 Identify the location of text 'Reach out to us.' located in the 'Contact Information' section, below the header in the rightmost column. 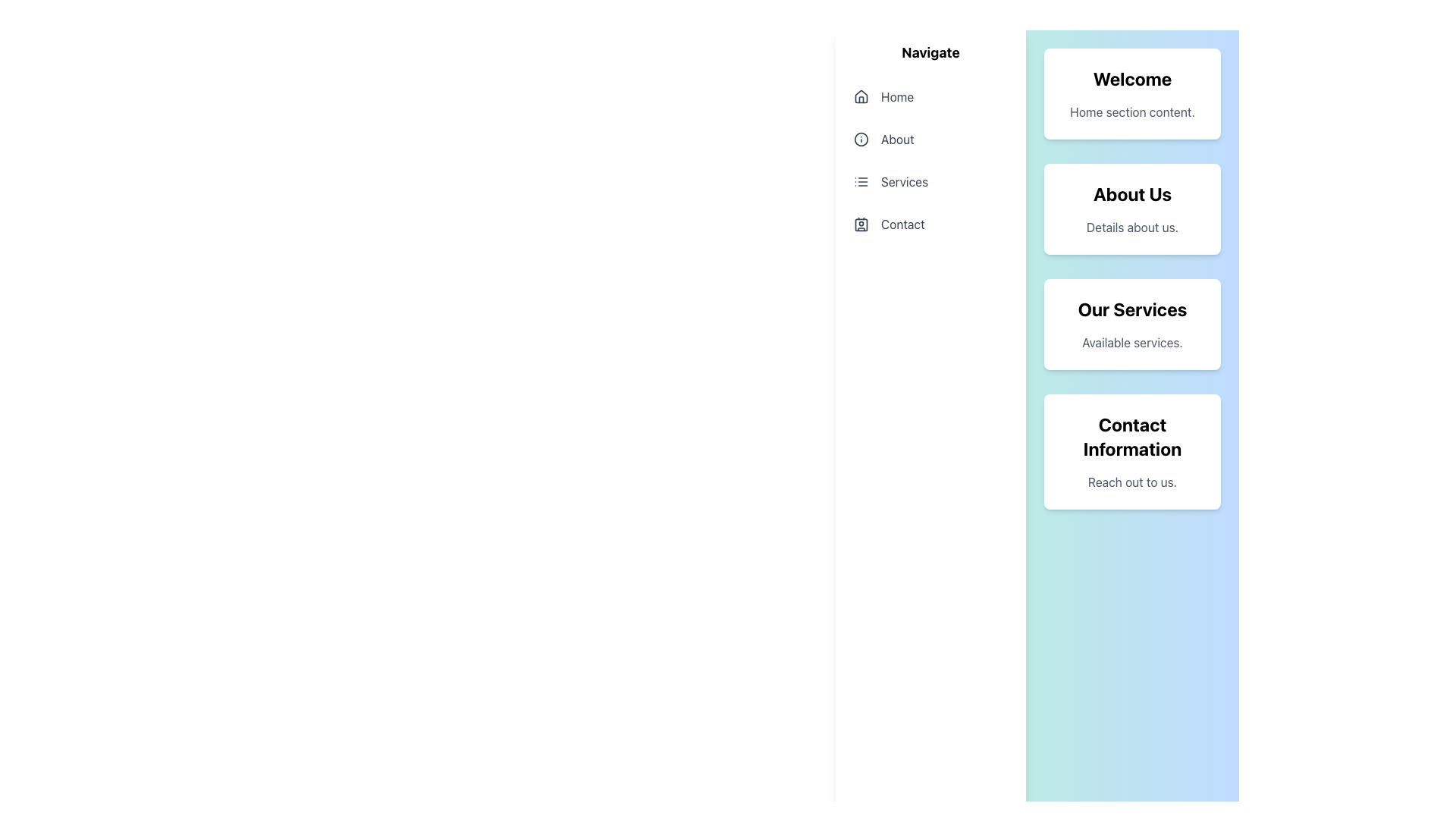
(1132, 482).